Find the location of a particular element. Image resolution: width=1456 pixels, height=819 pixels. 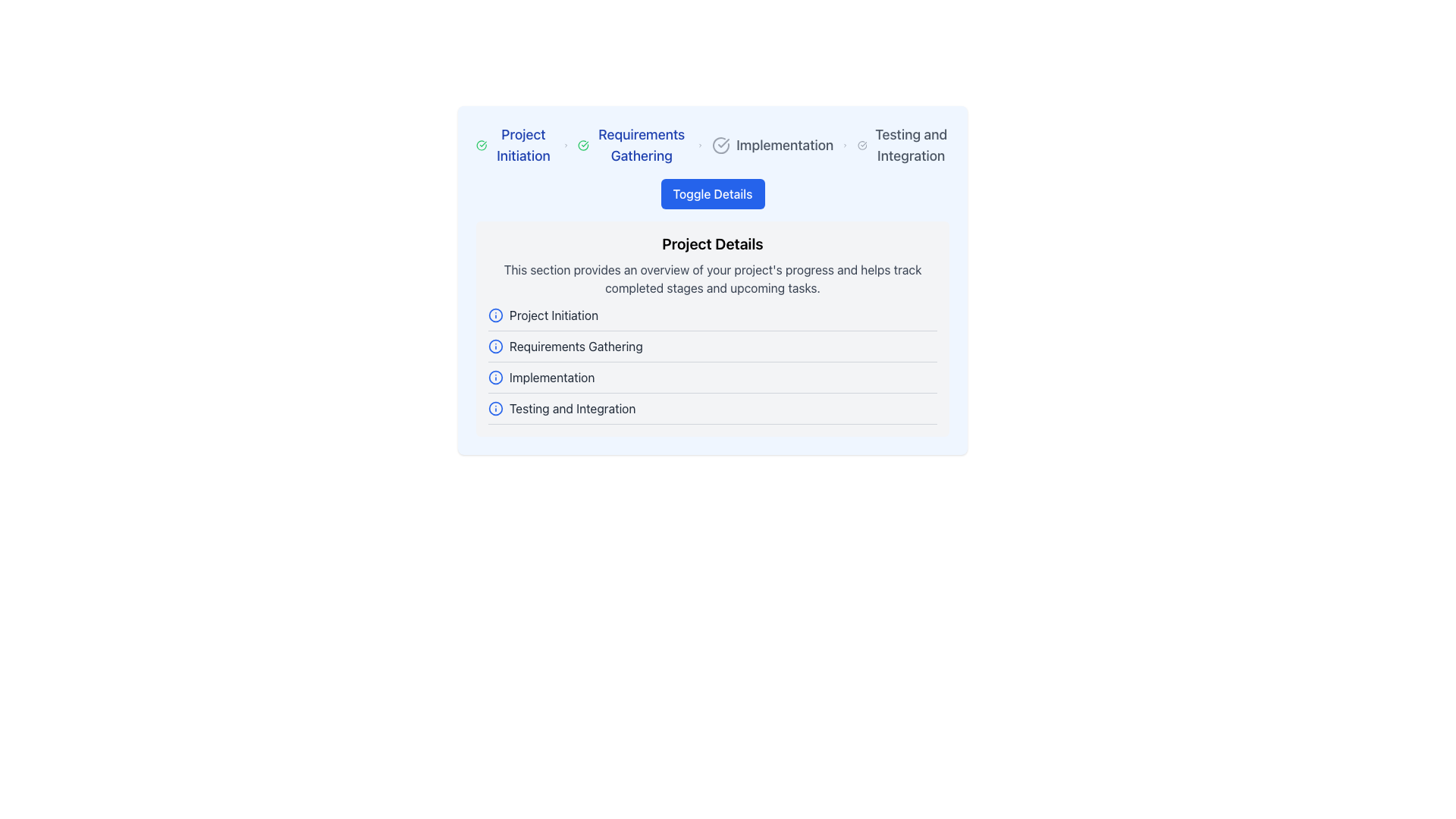

the 'Implementation' text with icon, which is the third item in a horizontal list, positioned between 'Requirements Gathering' and 'Testing and Integration' is located at coordinates (773, 146).